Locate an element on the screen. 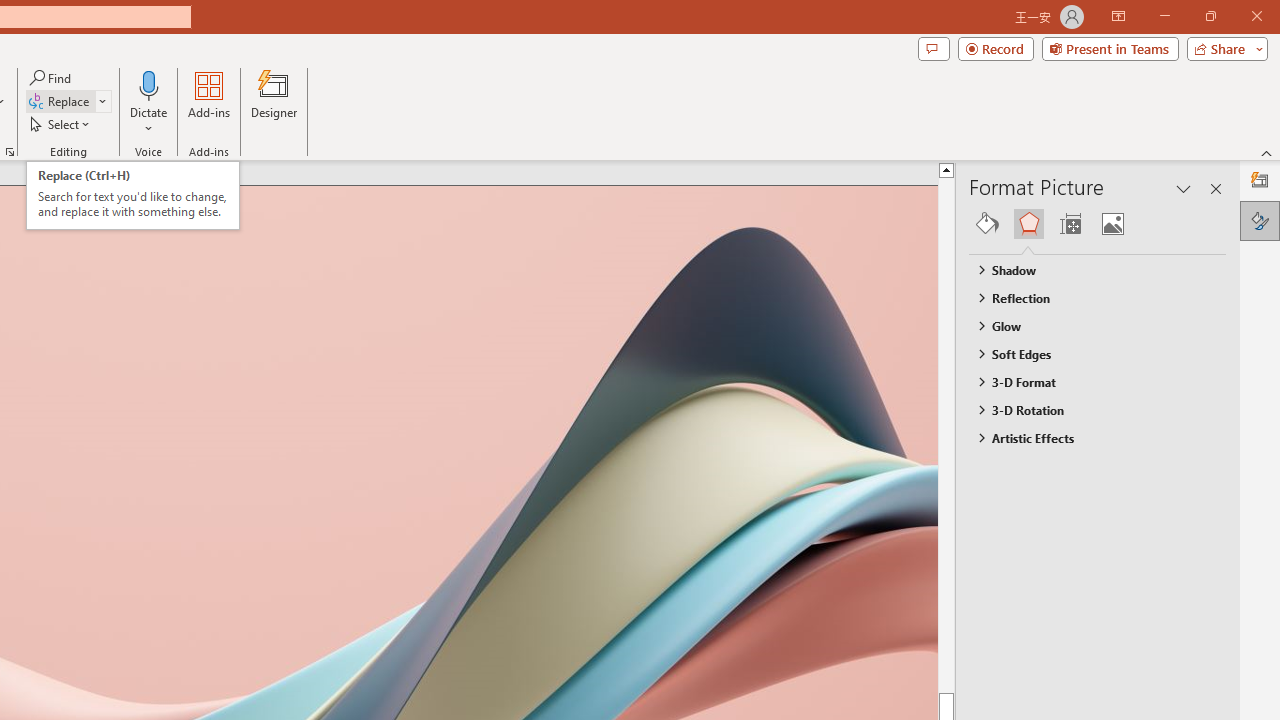  'Effects' is located at coordinates (1028, 223).